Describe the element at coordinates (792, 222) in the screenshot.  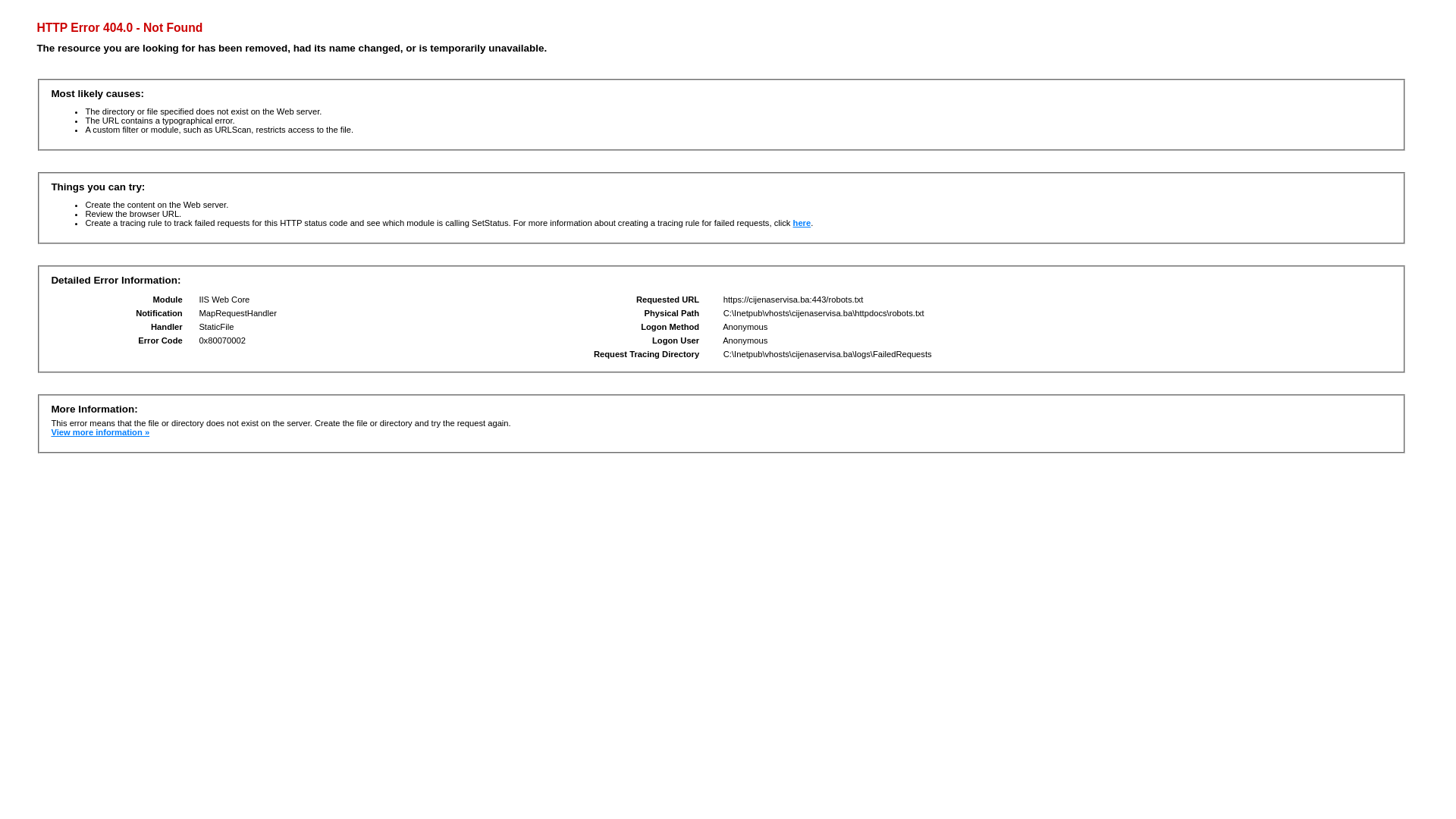
I see `'here'` at that location.